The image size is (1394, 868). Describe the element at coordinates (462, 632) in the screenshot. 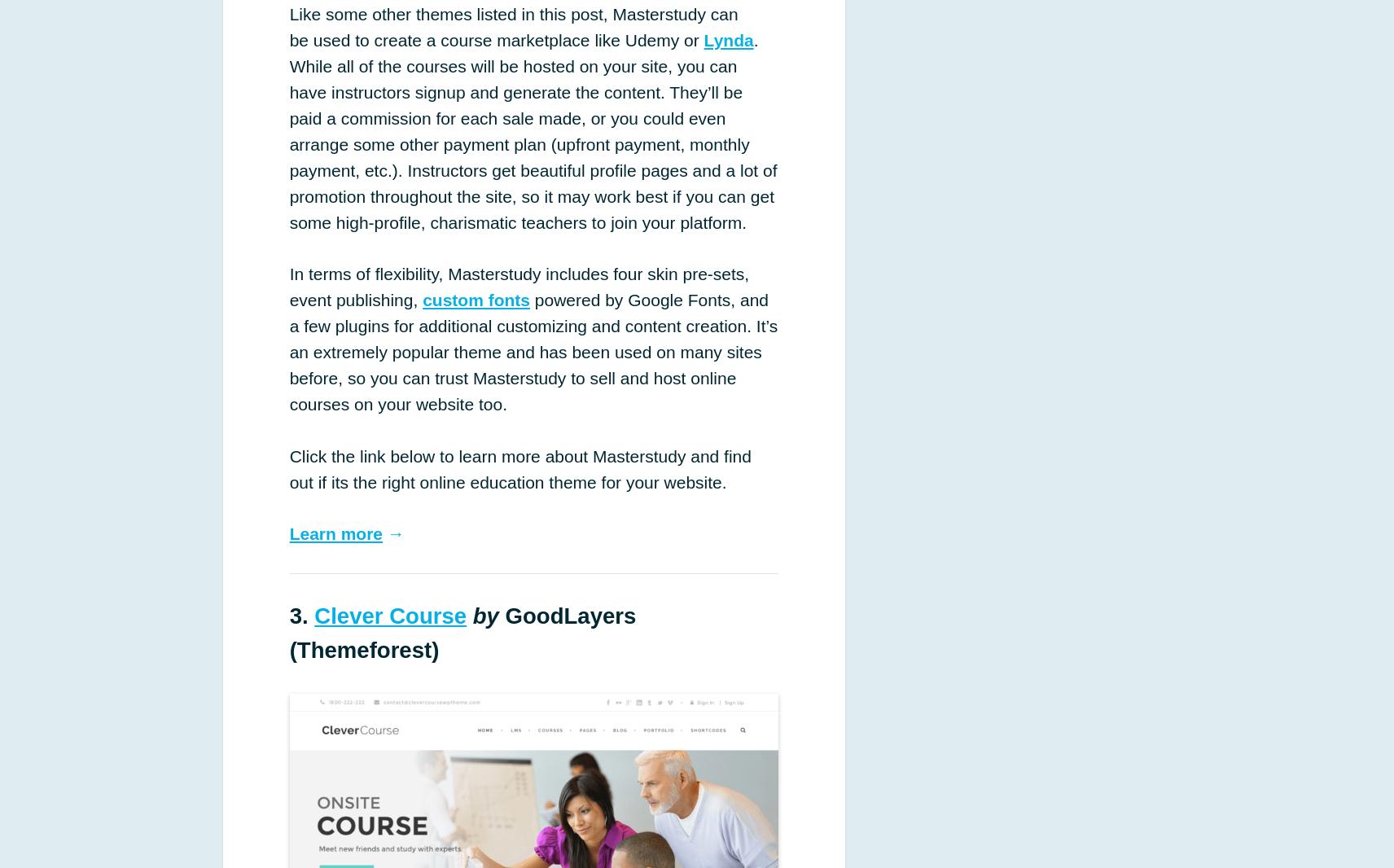

I see `'GoodLayers (Themeforest)'` at that location.